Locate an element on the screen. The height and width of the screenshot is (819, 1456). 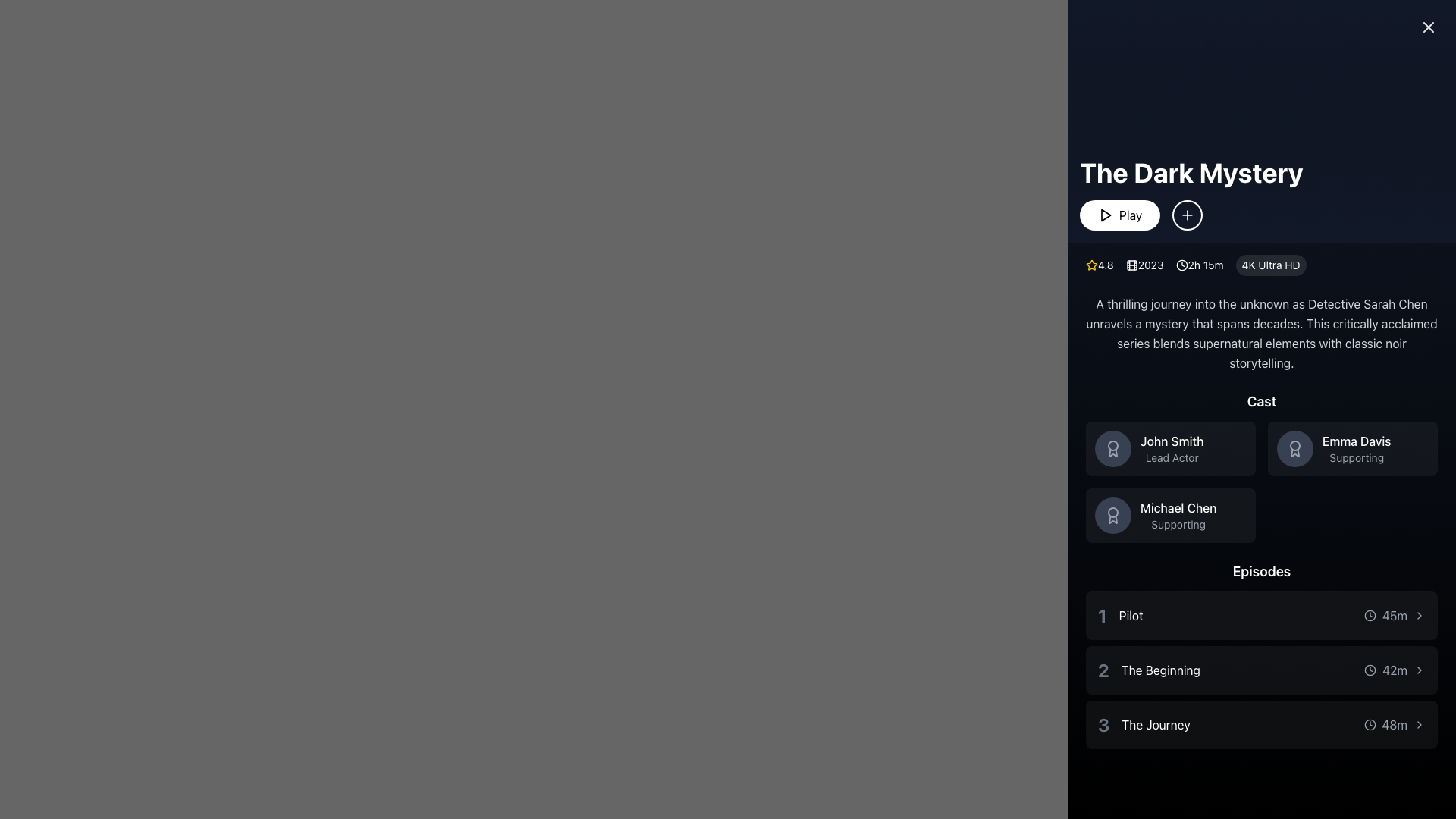
descriptive text label indicating that 'John Smith' is the lead actor, positioned directly below the name in the Cast section of the interface is located at coordinates (1171, 457).